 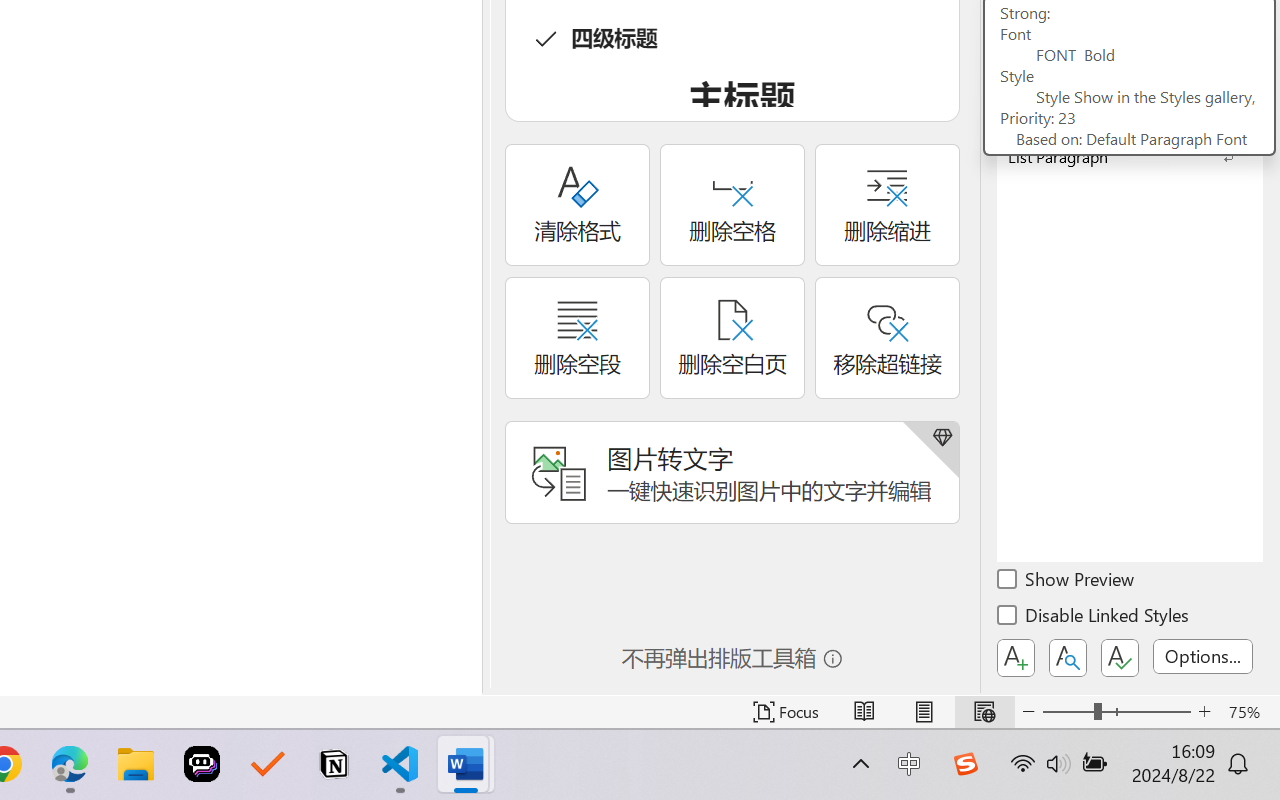 I want to click on 'Print Layout', so click(x=923, y=711).